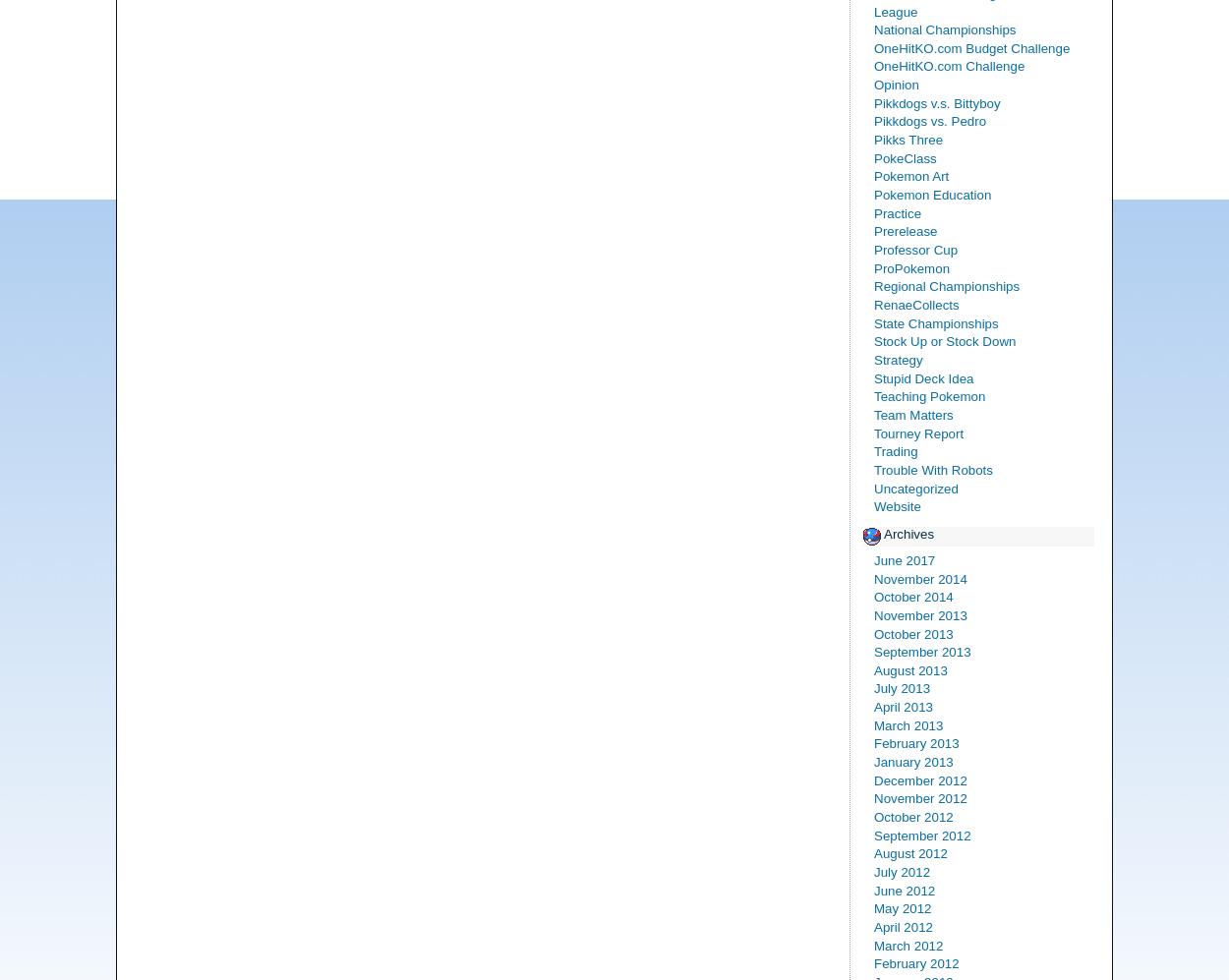  I want to click on 'March 2012', so click(908, 944).